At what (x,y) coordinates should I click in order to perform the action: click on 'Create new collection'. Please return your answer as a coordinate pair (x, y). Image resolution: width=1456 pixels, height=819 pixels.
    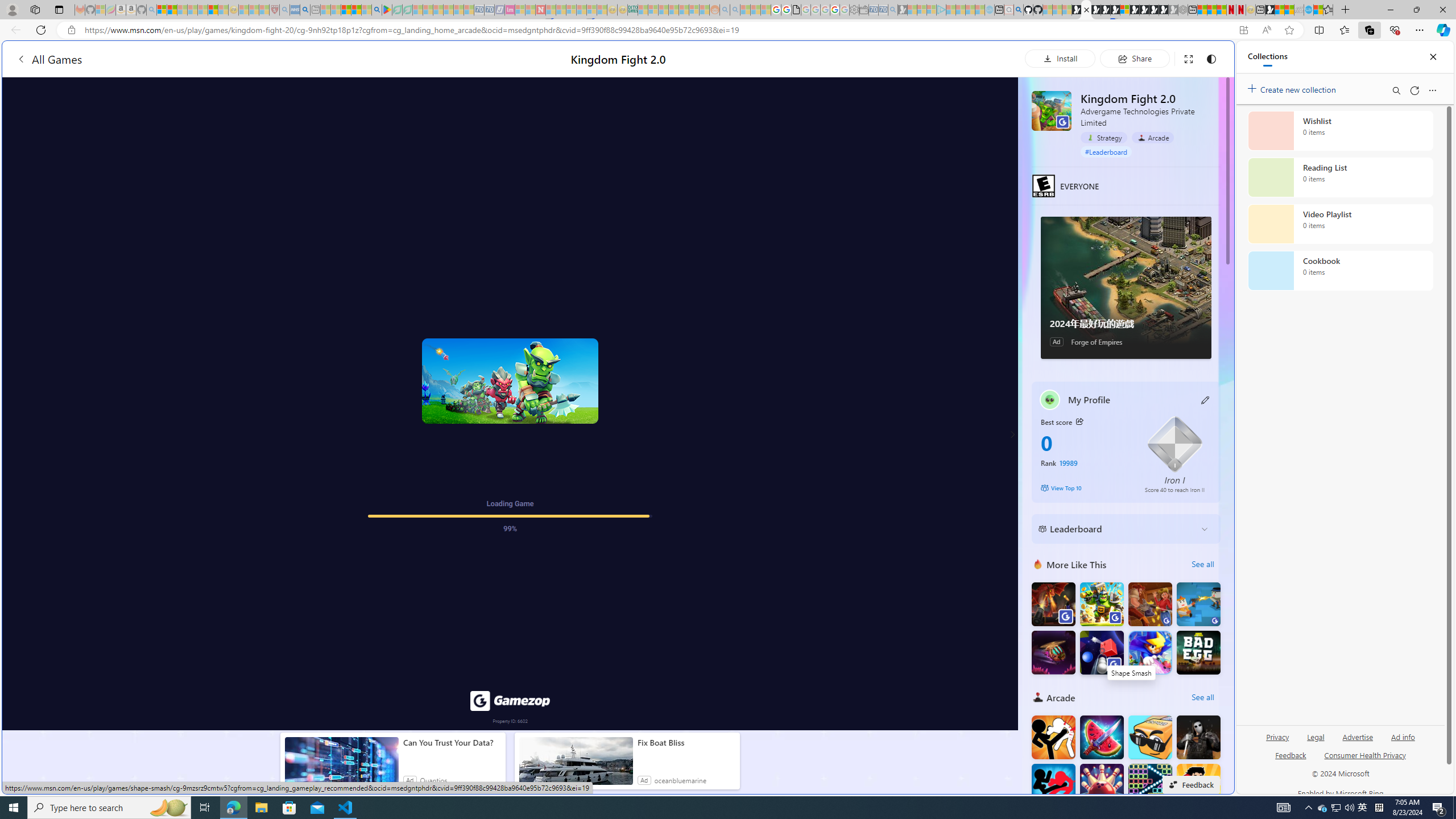
    Looking at the image, I should click on (1293, 87).